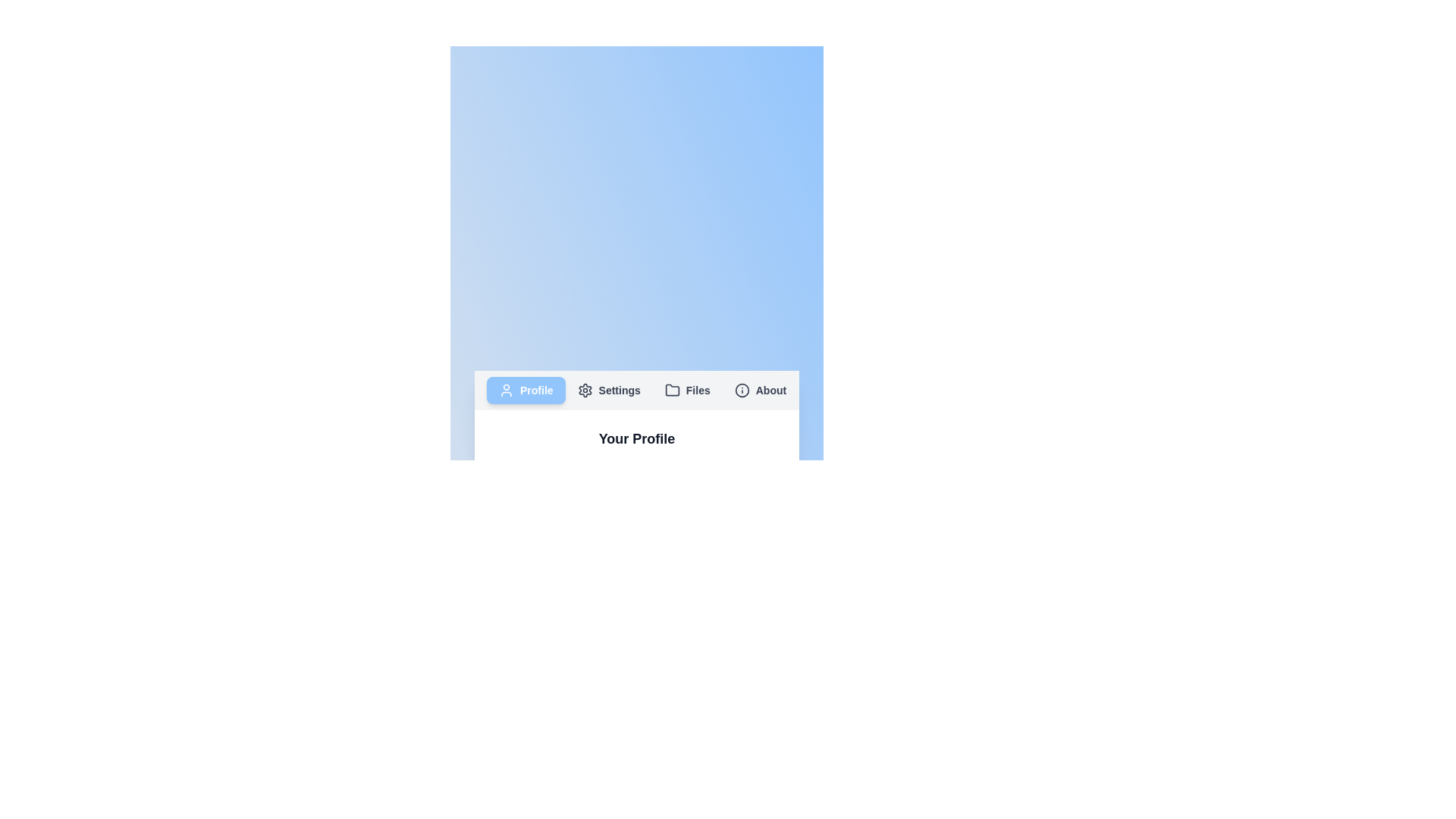 The width and height of the screenshot is (1456, 819). What do you see at coordinates (536, 390) in the screenshot?
I see `the Profile label in the navigation bar` at bounding box center [536, 390].